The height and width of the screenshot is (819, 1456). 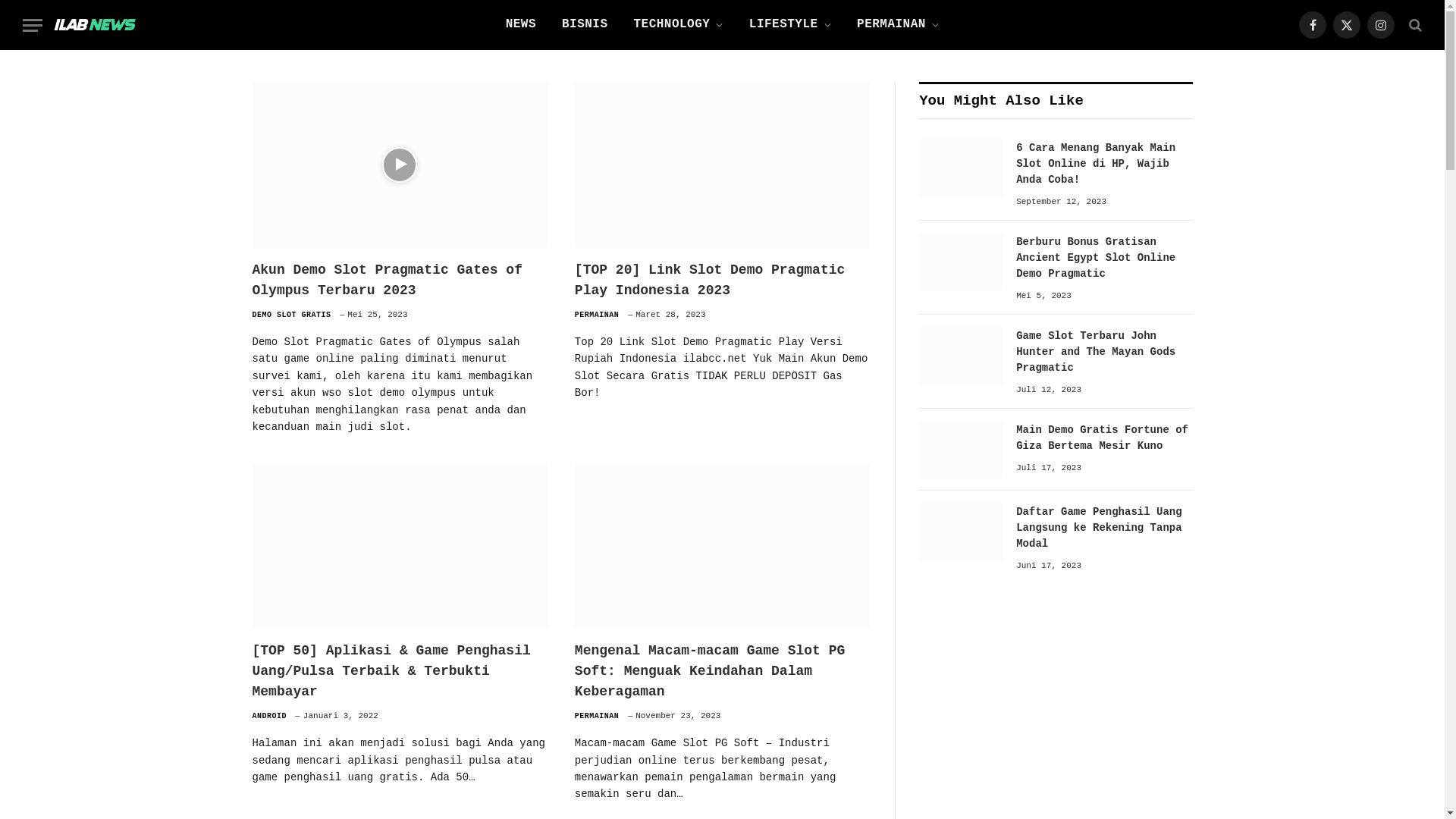 What do you see at coordinates (960, 449) in the screenshot?
I see `'Main Demo Gratis Fortune of Giza Bertema Mesir Kuno'` at bounding box center [960, 449].